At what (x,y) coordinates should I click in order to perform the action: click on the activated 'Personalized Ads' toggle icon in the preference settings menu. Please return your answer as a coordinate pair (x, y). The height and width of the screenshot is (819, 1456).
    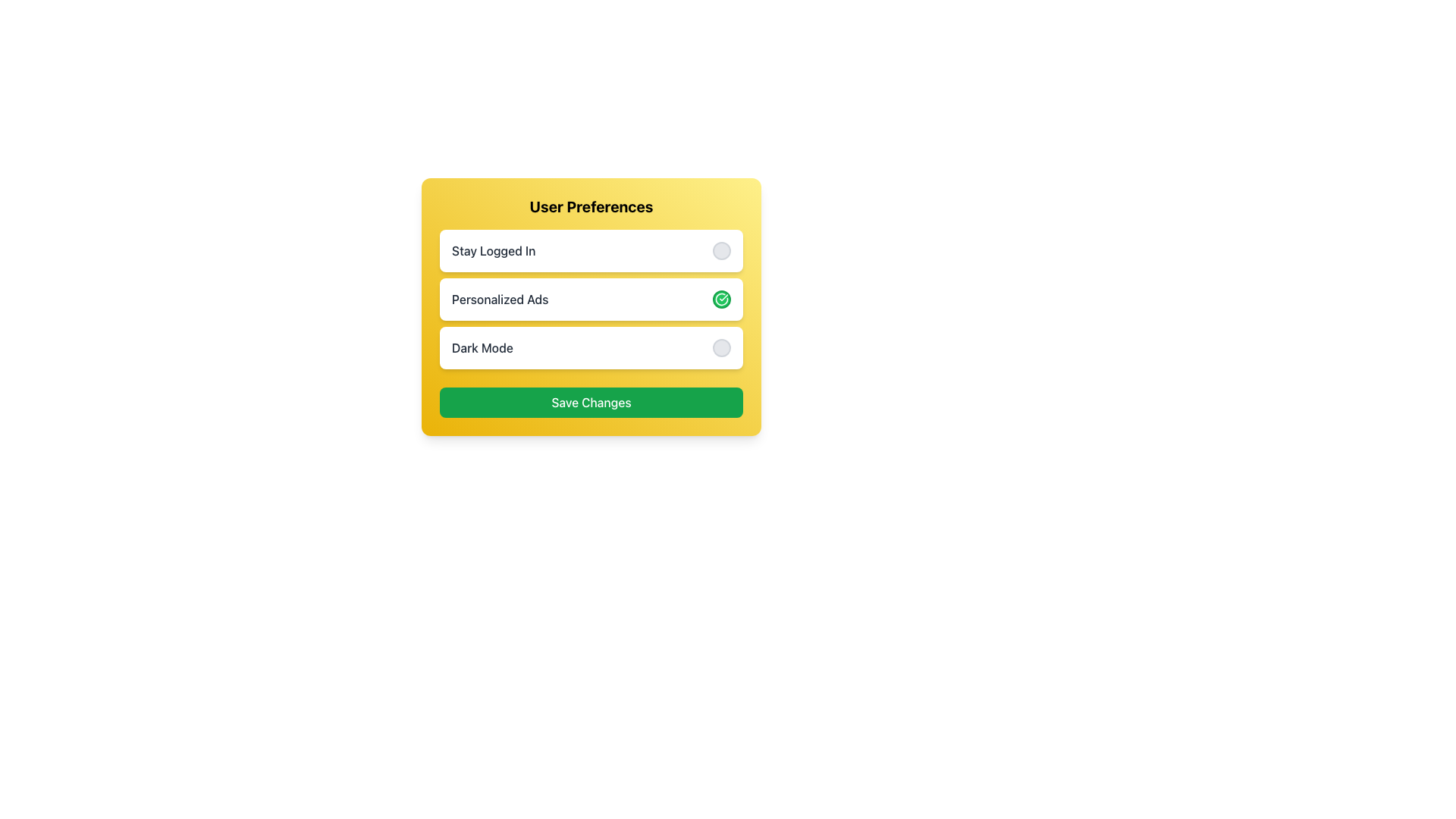
    Looking at the image, I should click on (720, 299).